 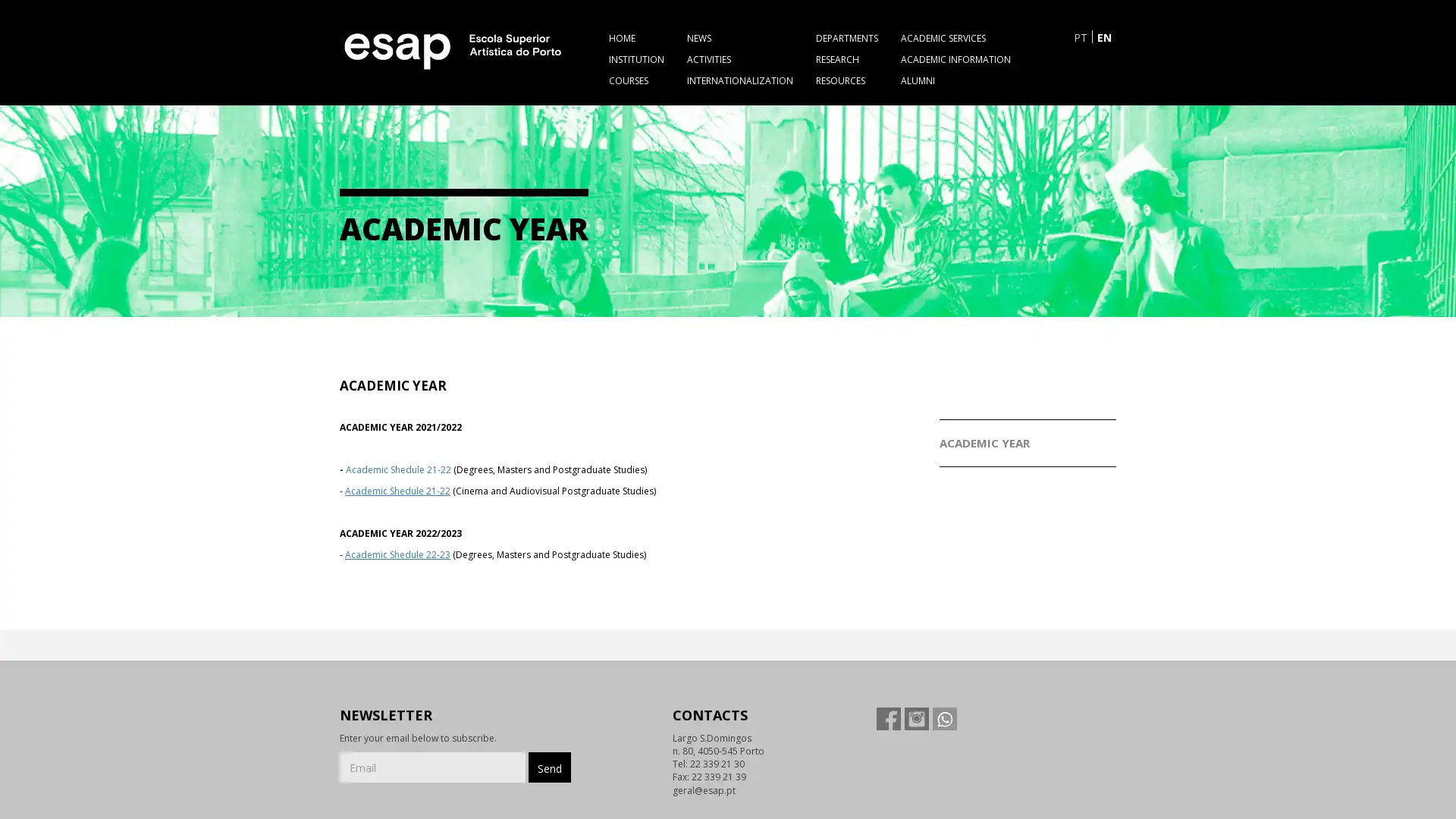 What do you see at coordinates (1104, 36) in the screenshot?
I see `EN` at bounding box center [1104, 36].